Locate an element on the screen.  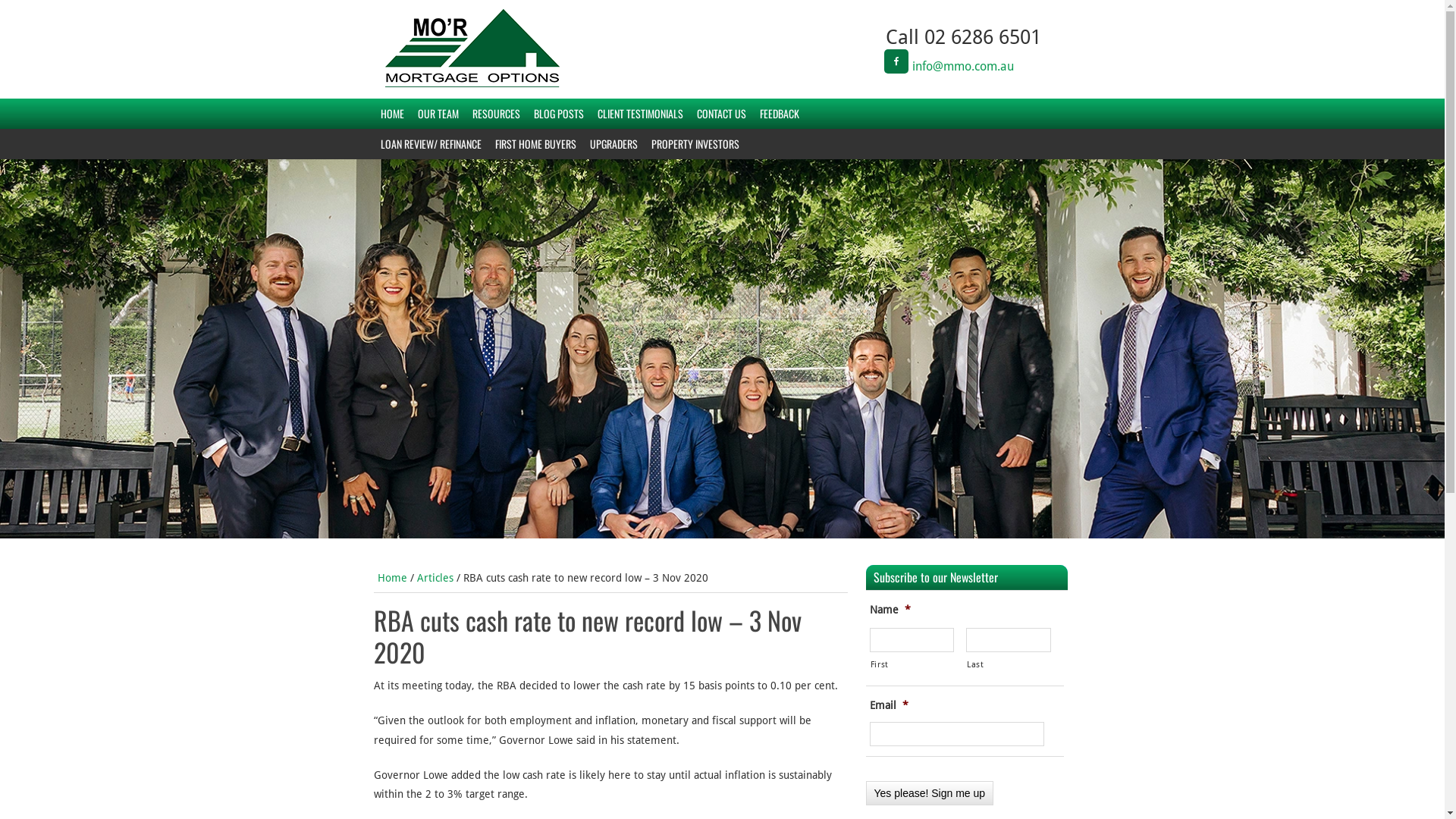
'HOME' is located at coordinates (391, 113).